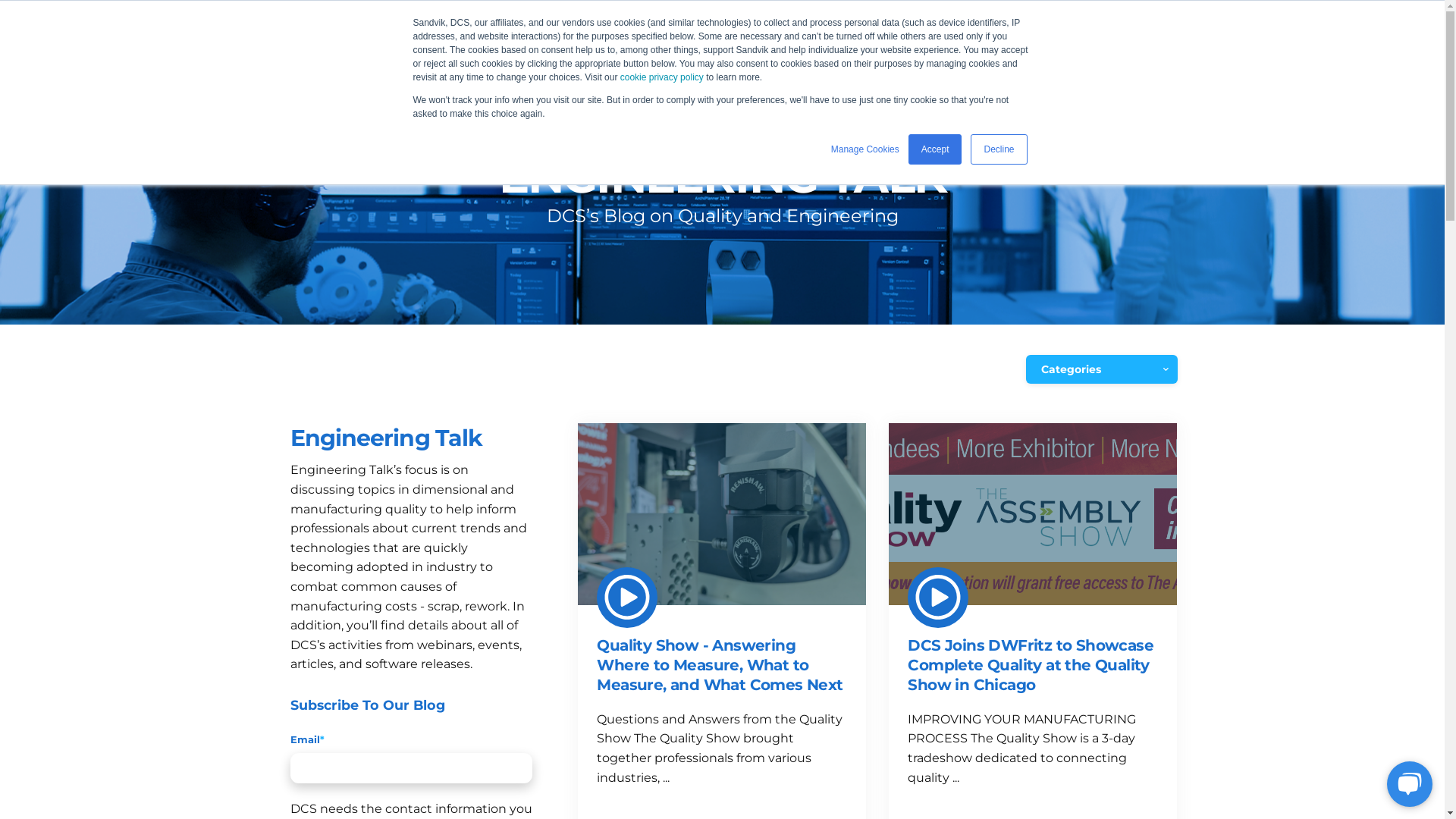 This screenshot has height=819, width=1456. What do you see at coordinates (905, 59) in the screenshot?
I see `'Connect'` at bounding box center [905, 59].